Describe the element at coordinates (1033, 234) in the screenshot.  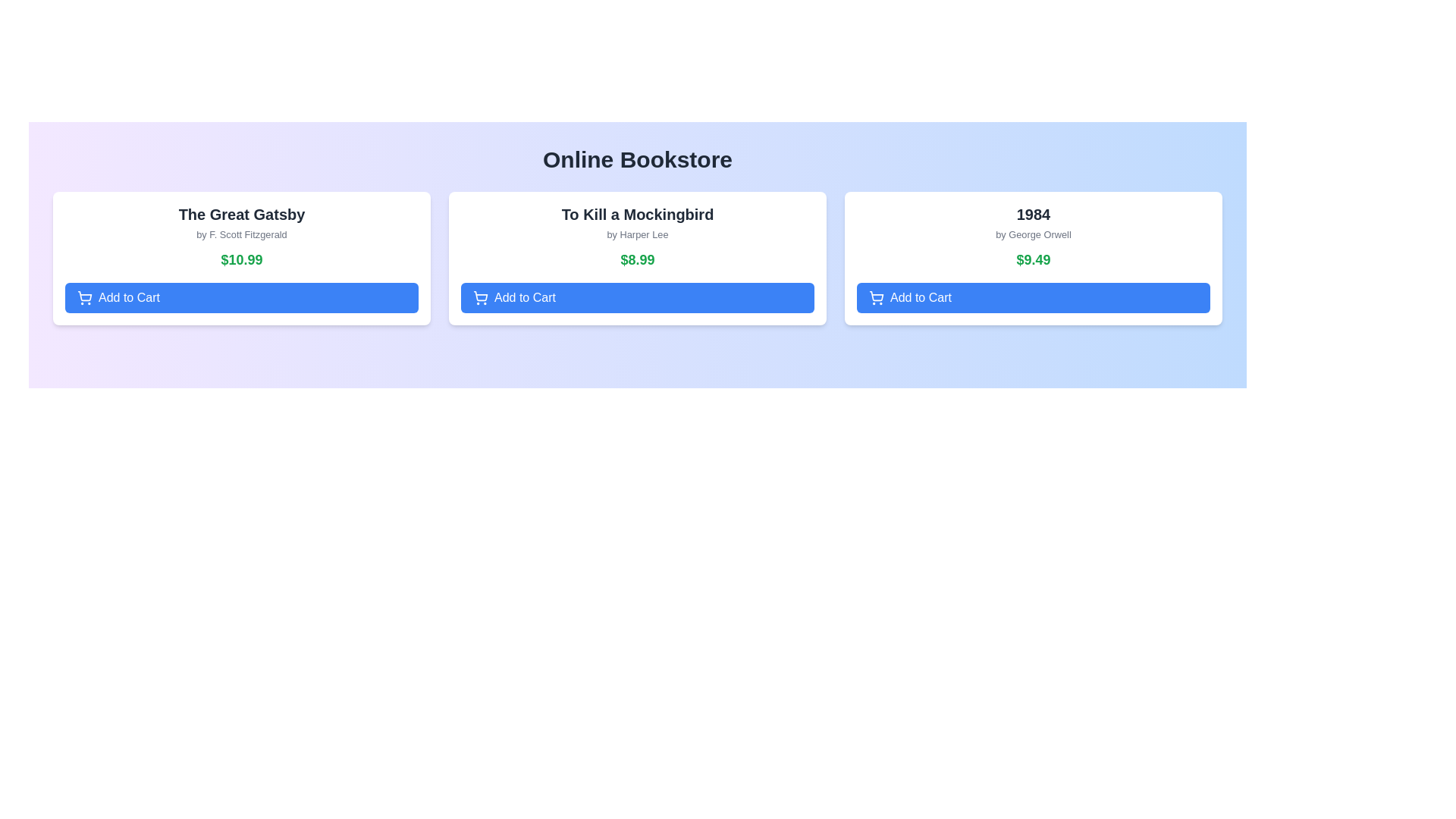
I see `the static text label indicating the author of the book '1984', which is located between the title and the price in the book details section` at that location.